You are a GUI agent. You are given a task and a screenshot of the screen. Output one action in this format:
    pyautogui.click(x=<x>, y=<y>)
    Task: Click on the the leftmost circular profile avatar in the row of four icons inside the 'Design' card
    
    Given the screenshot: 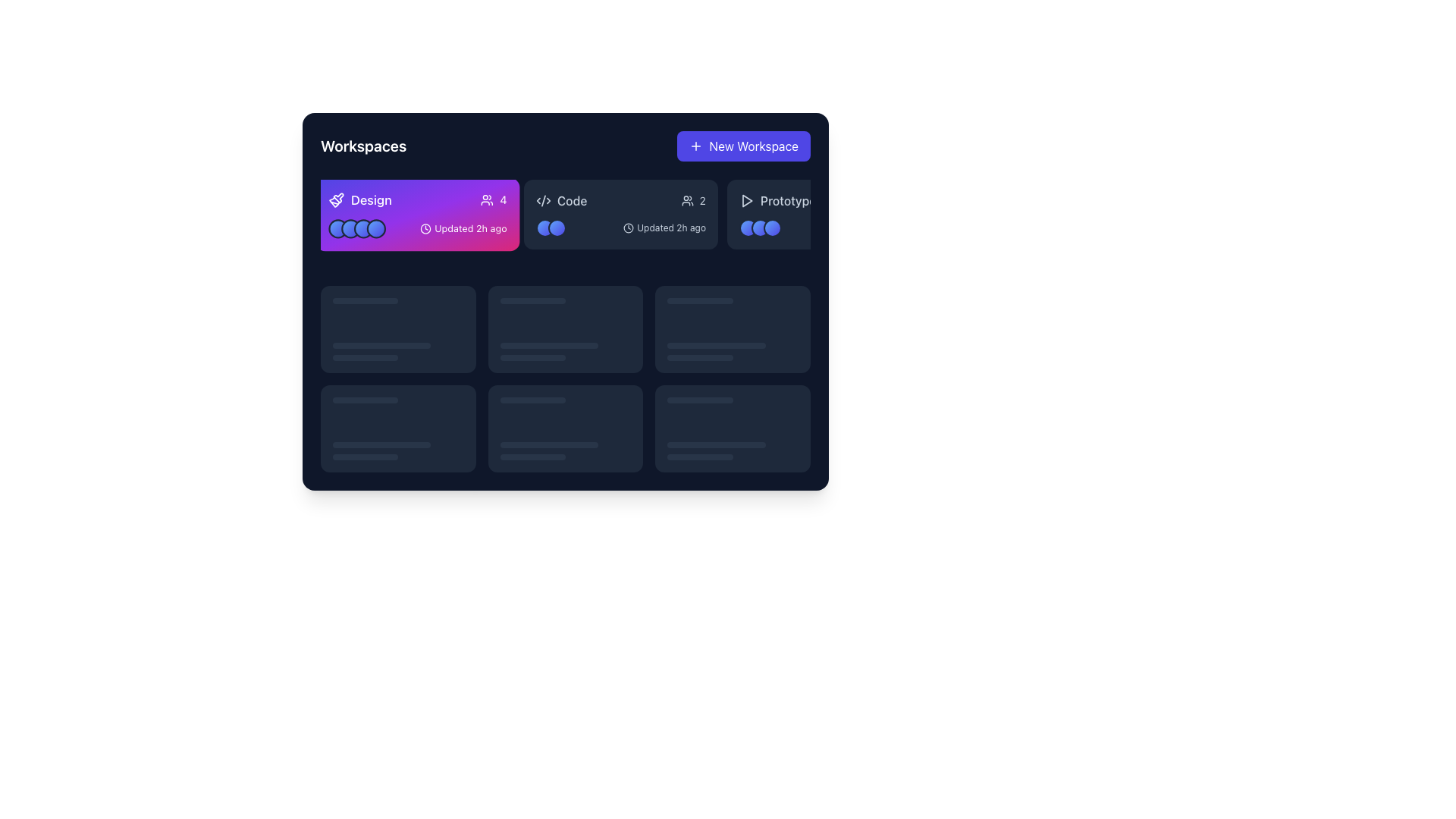 What is the action you would take?
    pyautogui.click(x=337, y=227)
    